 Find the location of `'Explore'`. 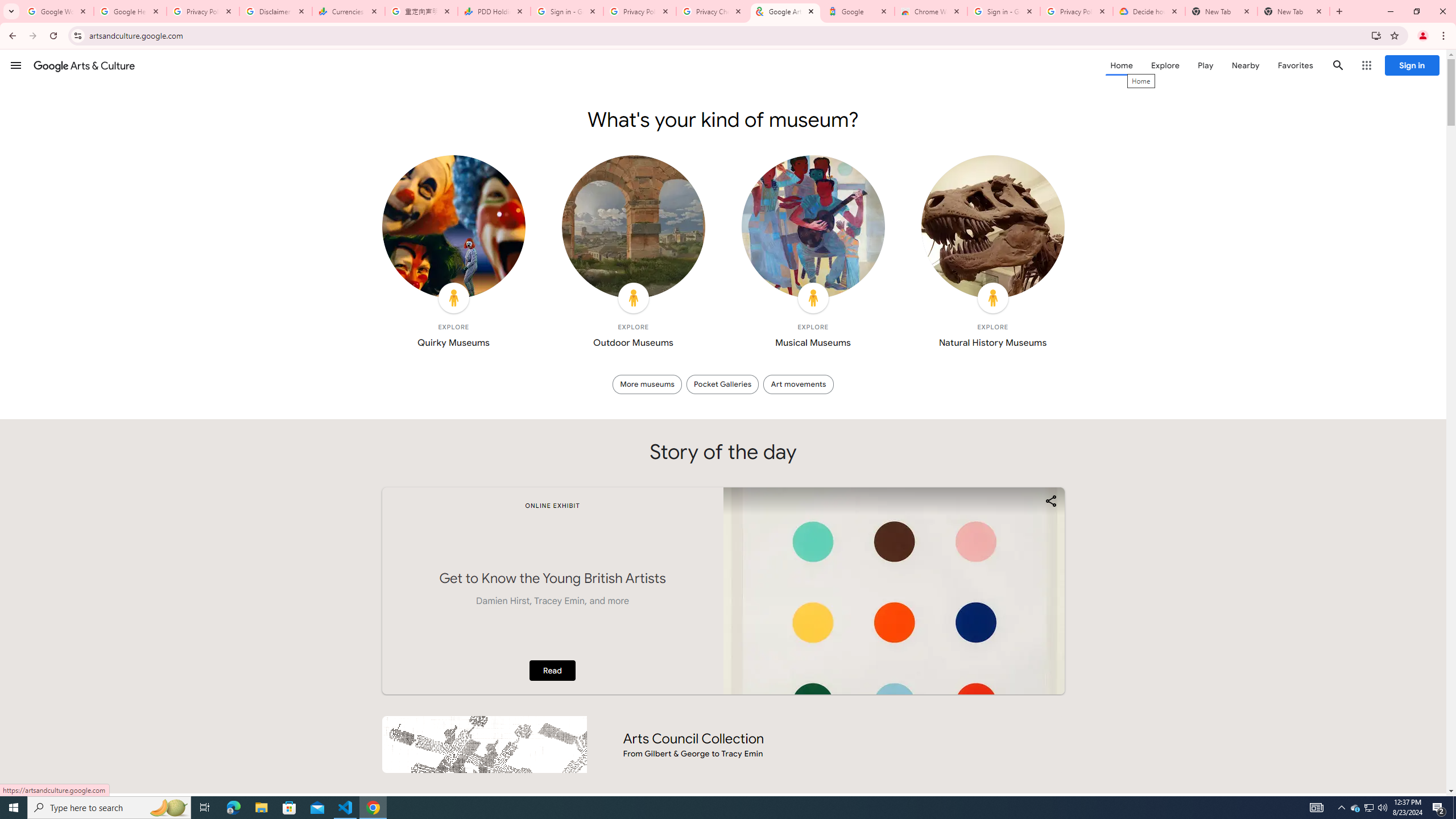

'Explore' is located at coordinates (1164, 65).